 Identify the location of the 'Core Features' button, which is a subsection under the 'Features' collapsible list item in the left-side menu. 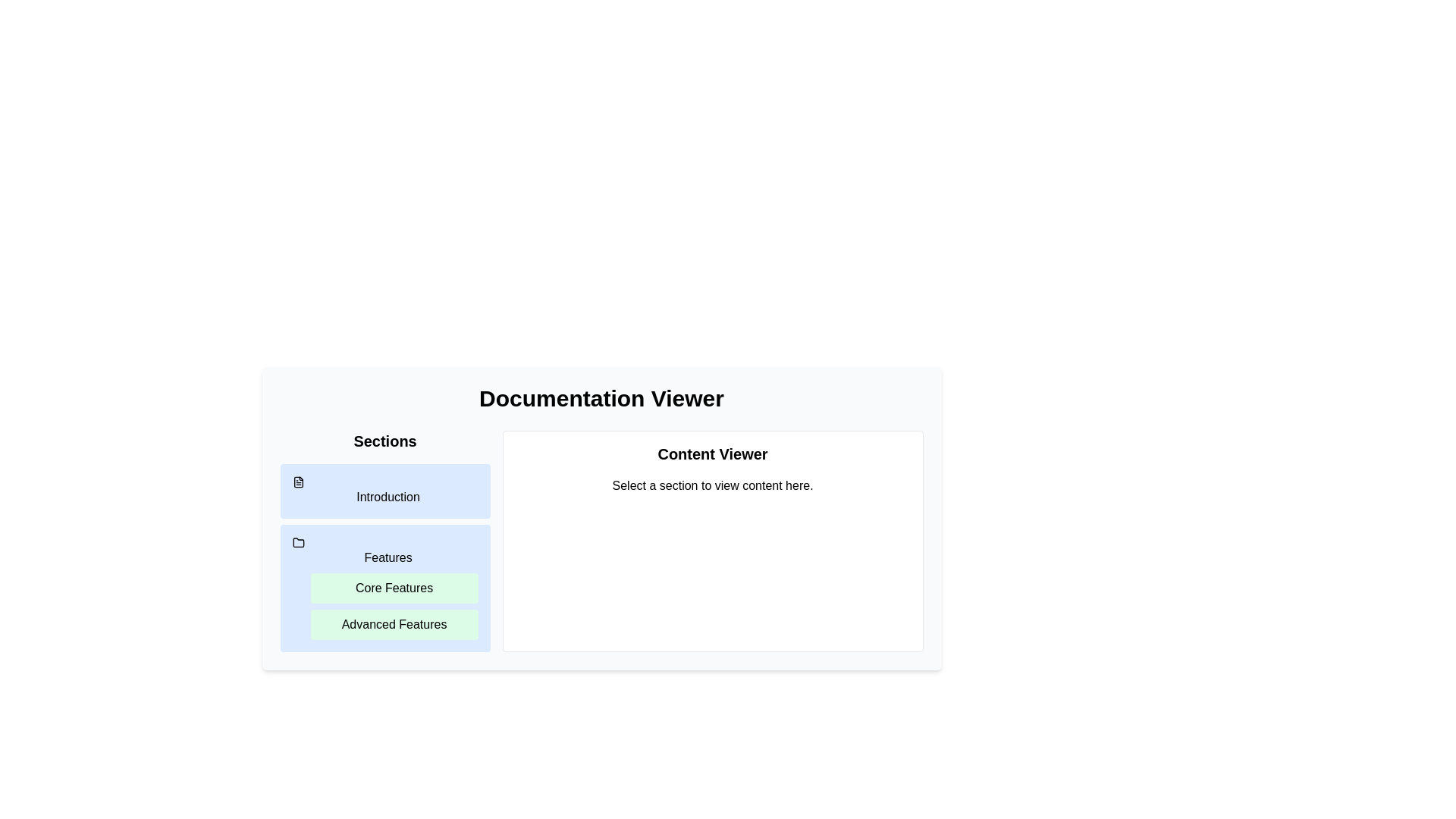
(385, 587).